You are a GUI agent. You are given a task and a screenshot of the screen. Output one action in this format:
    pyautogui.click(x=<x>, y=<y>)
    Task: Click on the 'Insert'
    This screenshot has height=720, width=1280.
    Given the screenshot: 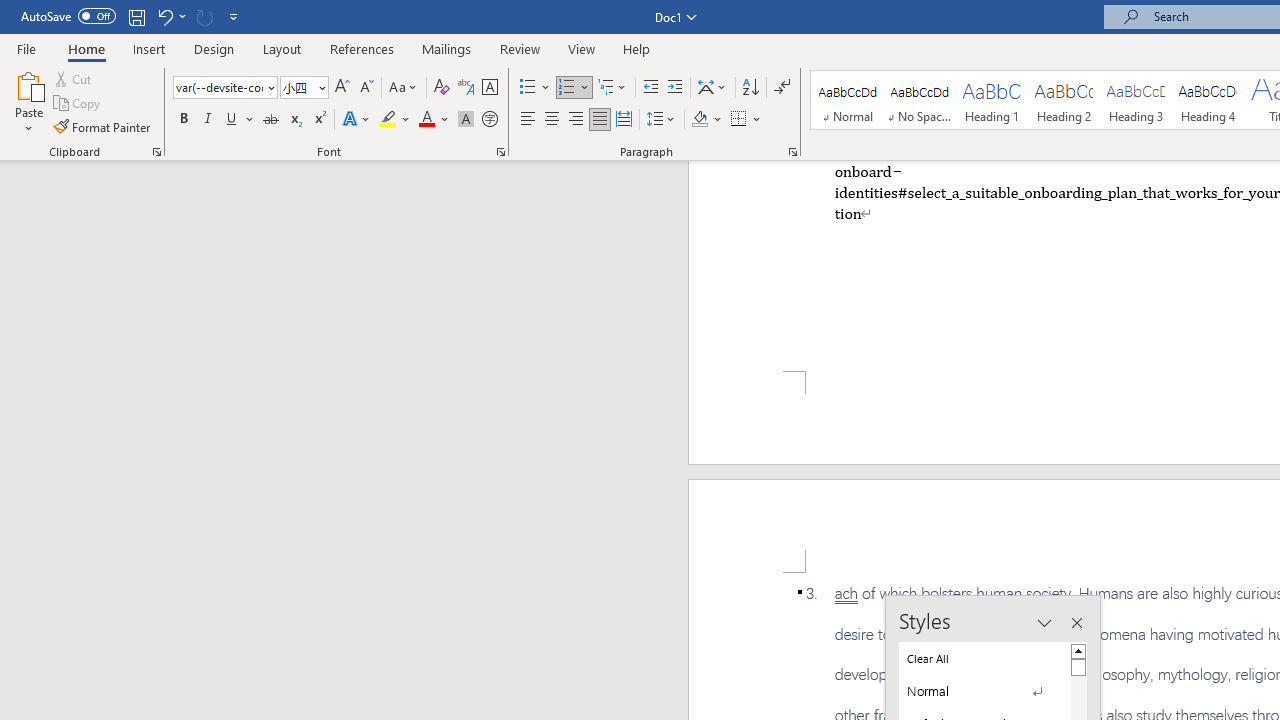 What is the action you would take?
    pyautogui.click(x=148, y=48)
    